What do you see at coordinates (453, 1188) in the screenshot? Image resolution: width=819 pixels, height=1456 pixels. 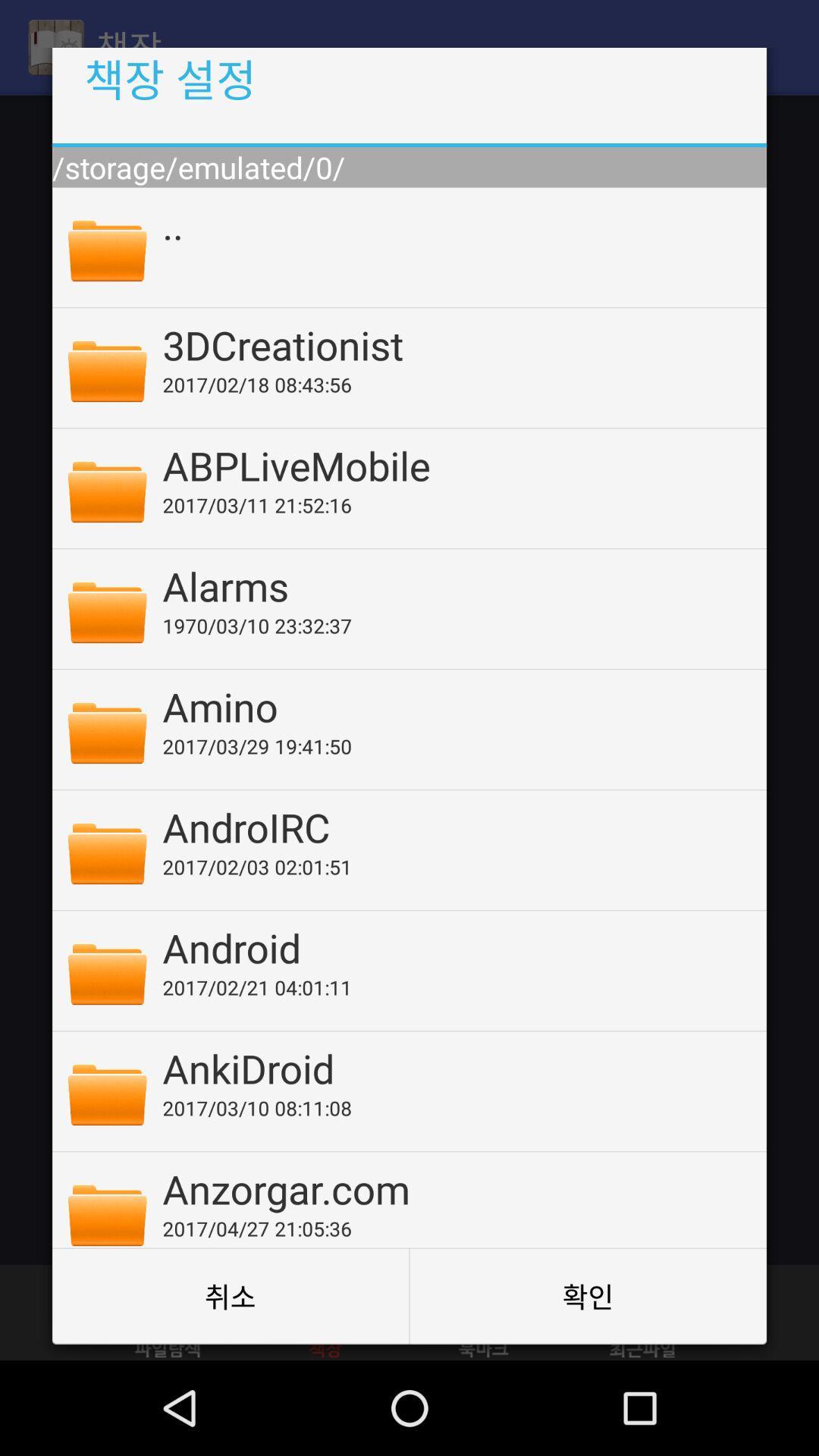 I see `anzorgar.com item` at bounding box center [453, 1188].